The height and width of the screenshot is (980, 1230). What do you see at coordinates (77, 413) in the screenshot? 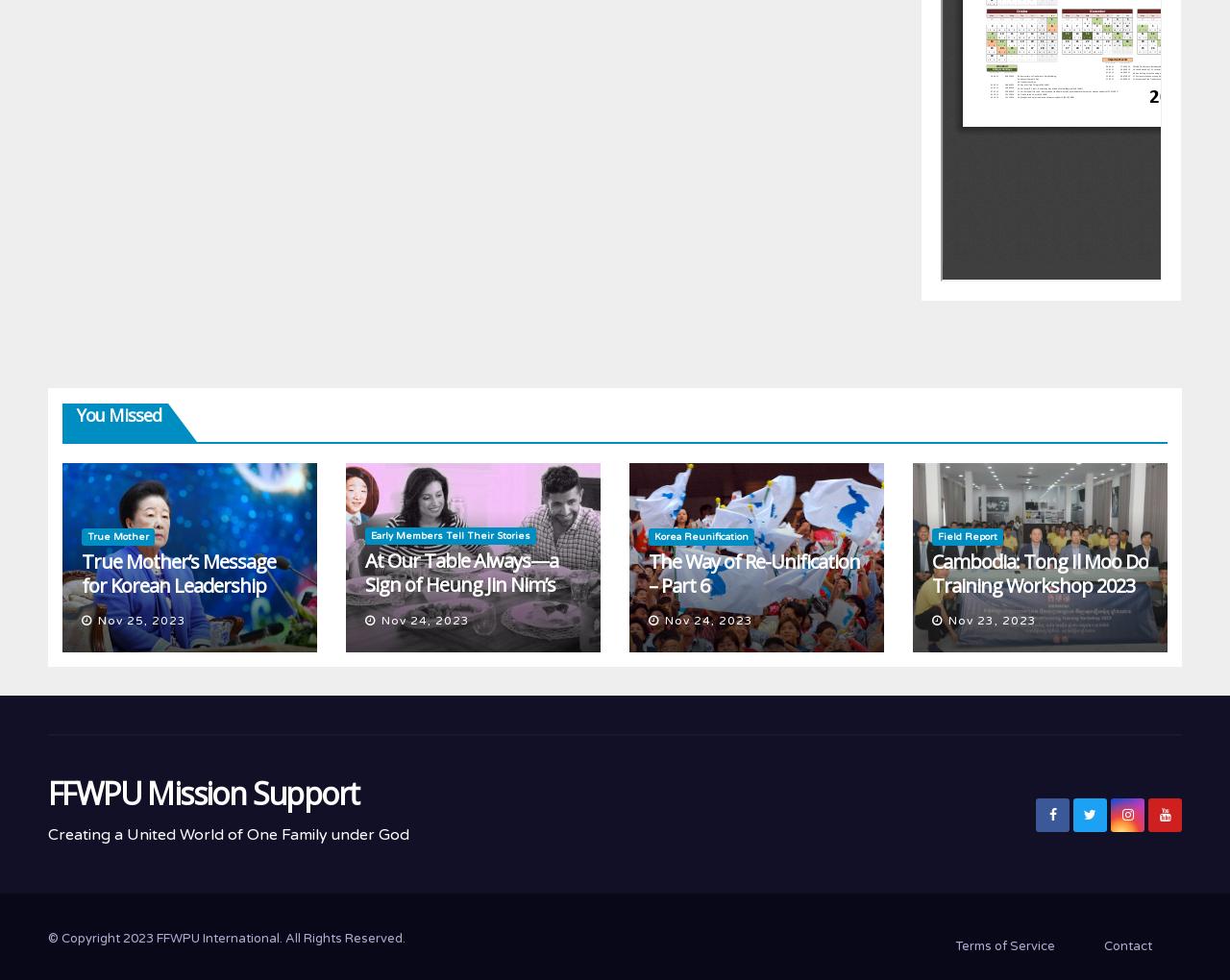
I see `'You Missed'` at bounding box center [77, 413].